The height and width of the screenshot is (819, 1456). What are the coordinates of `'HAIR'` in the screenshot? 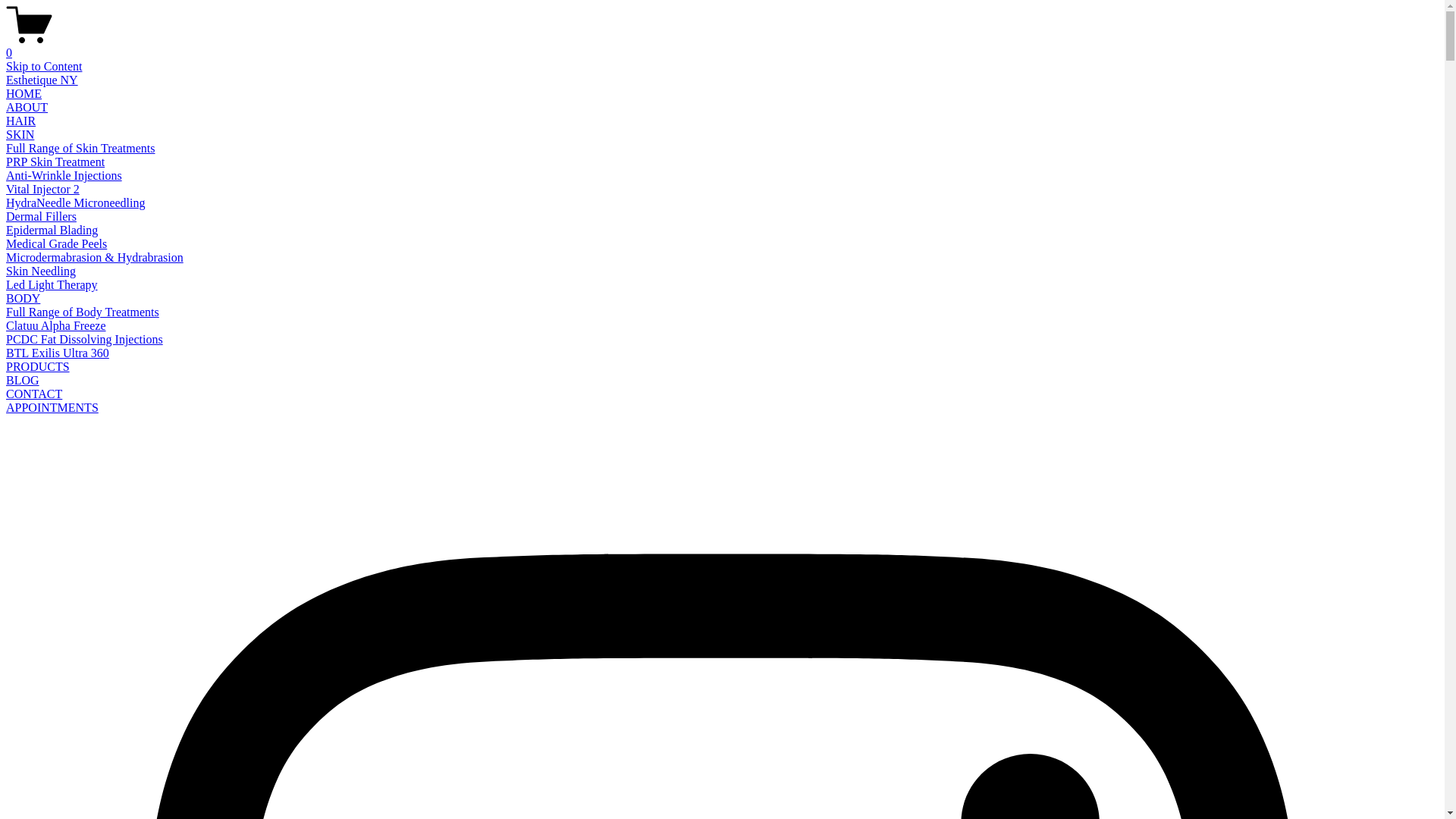 It's located at (20, 120).